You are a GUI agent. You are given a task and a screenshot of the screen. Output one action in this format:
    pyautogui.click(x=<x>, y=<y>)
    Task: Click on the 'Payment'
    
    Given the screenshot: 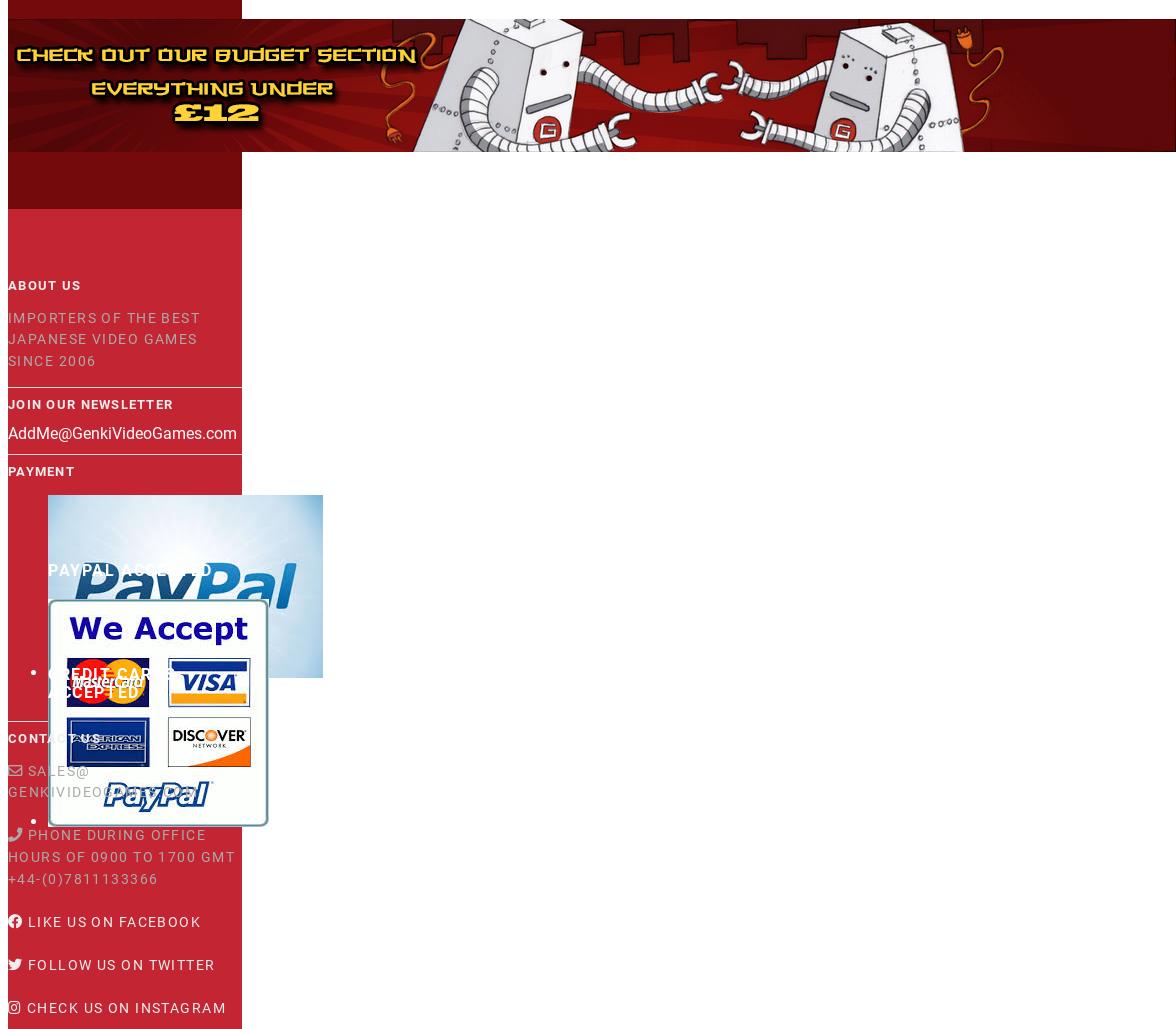 What is the action you would take?
    pyautogui.click(x=41, y=470)
    